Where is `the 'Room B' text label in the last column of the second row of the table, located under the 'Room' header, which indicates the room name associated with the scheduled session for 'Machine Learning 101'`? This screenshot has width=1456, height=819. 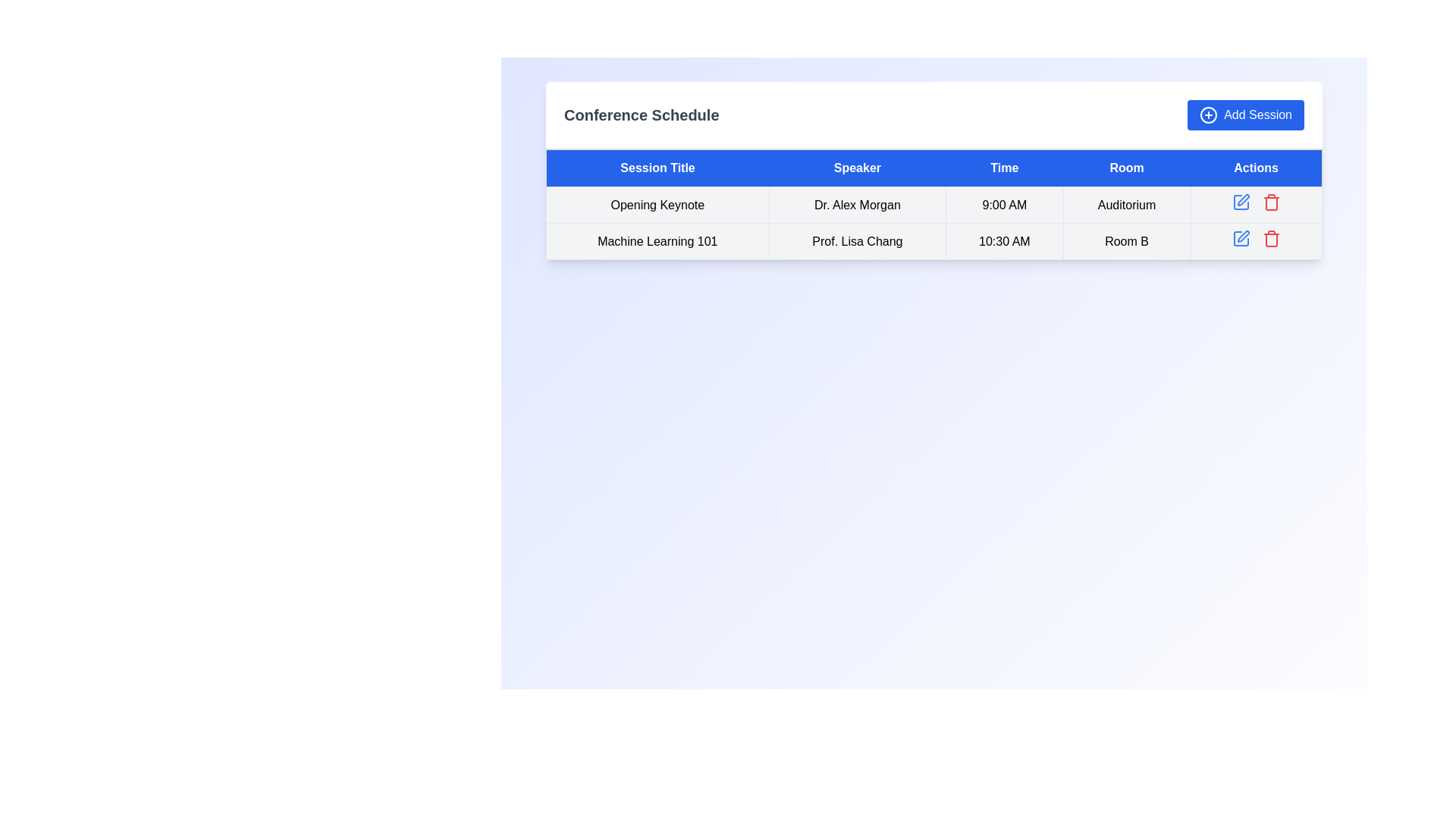 the 'Room B' text label in the last column of the second row of the table, located under the 'Room' header, which indicates the room name associated with the scheduled session for 'Machine Learning 101' is located at coordinates (1127, 240).